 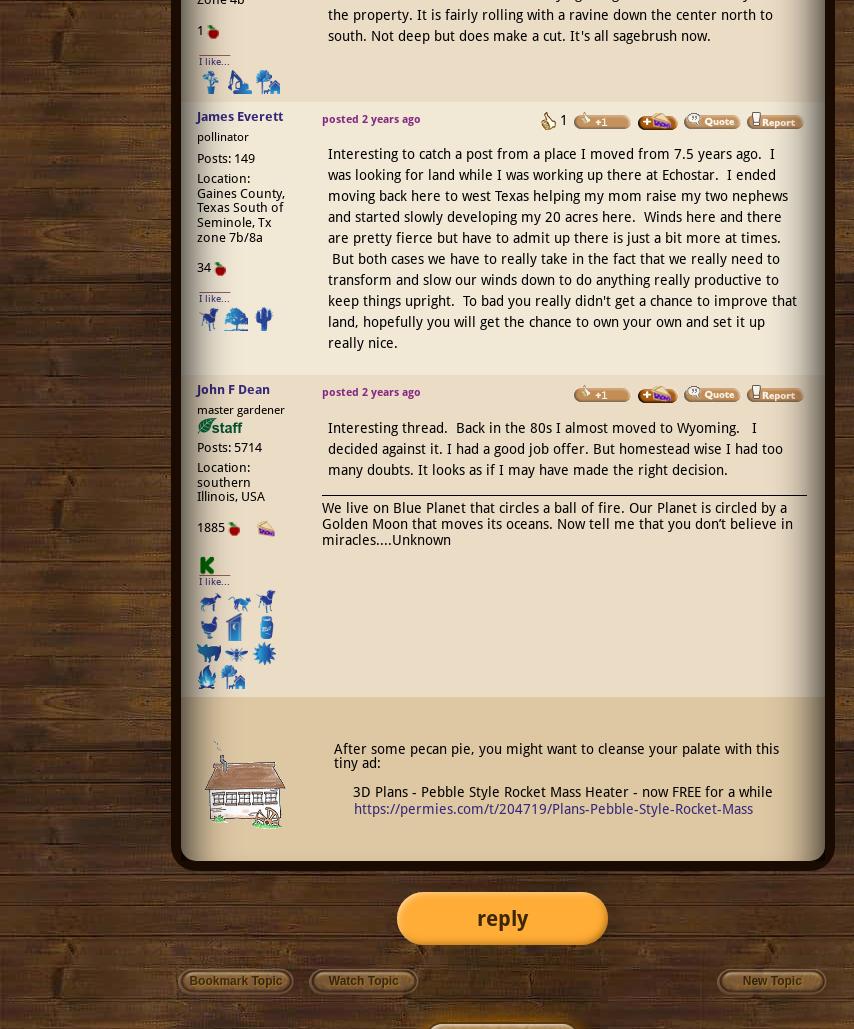 I want to click on '3D Plans - Pebble Style Rocket Mass Heater - now FREE for a while', so click(x=562, y=790).